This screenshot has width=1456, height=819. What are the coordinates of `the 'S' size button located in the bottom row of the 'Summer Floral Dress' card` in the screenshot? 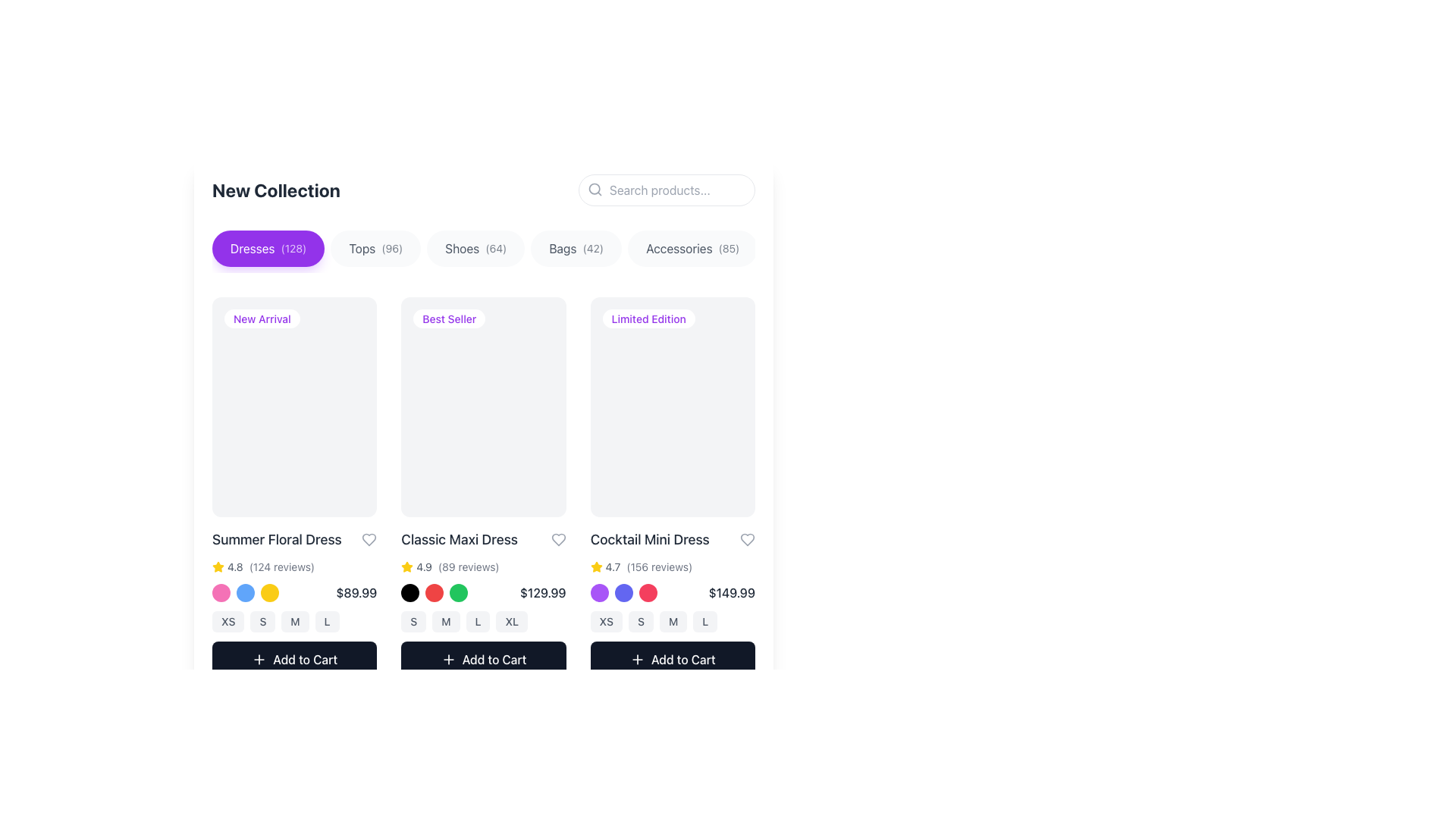 It's located at (262, 621).